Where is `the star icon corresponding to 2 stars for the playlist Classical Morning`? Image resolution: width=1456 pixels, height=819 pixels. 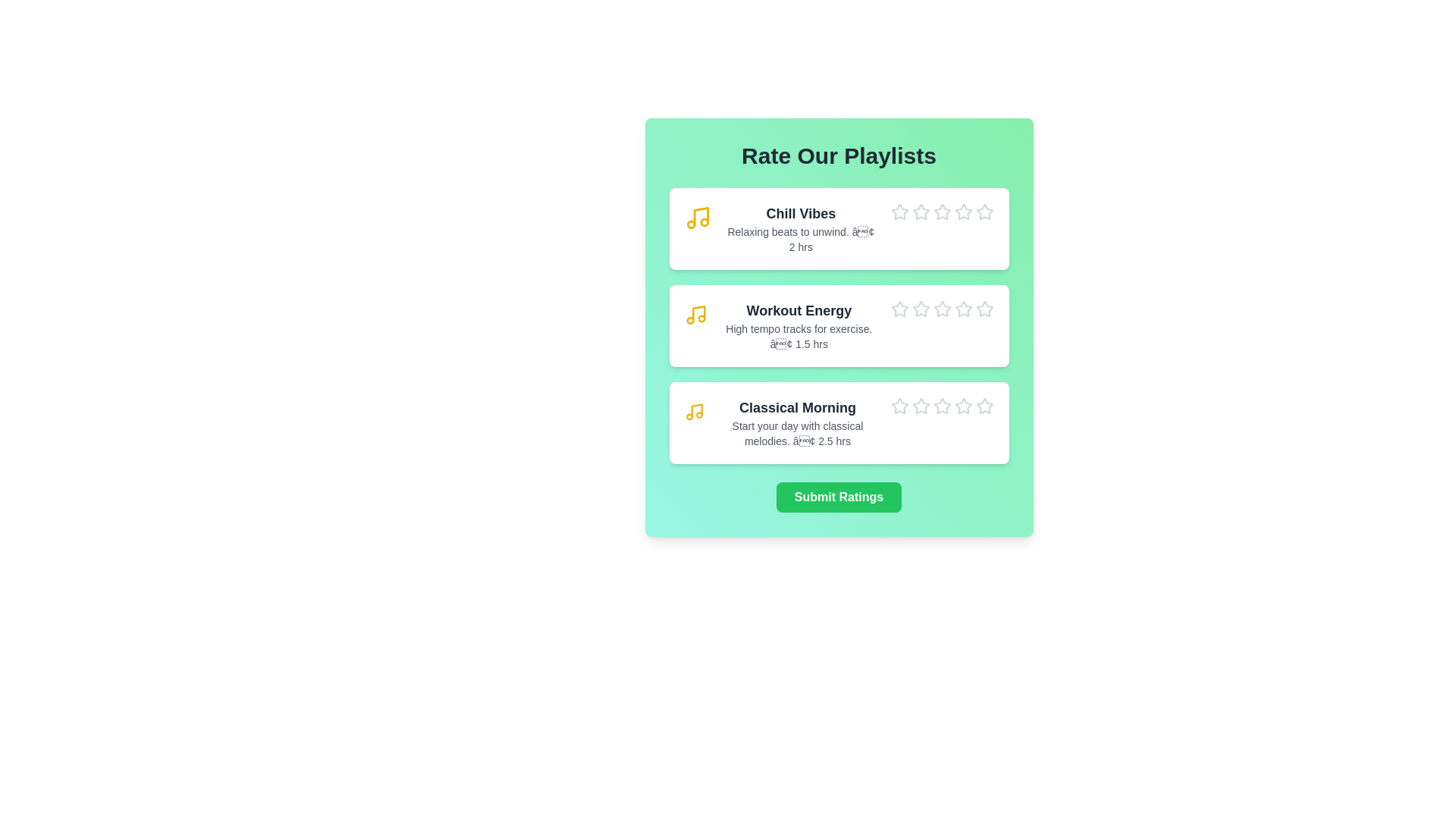
the star icon corresponding to 2 stars for the playlist Classical Morning is located at coordinates (911, 397).